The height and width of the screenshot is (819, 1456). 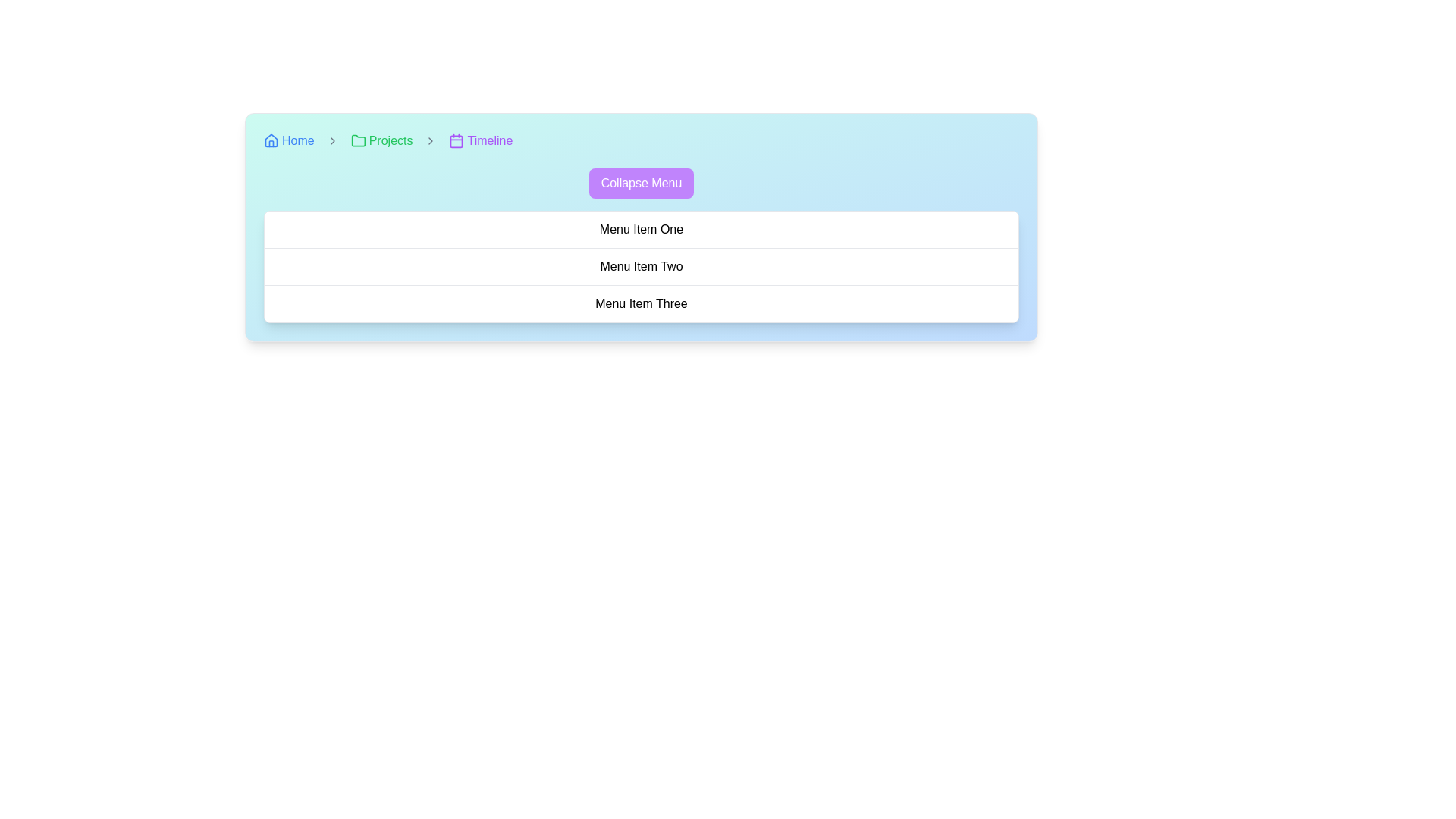 I want to click on the Chevron-Right icon in the breadcrumb navigation bar that separates 'Home' and 'Projects' links, so click(x=331, y=140).